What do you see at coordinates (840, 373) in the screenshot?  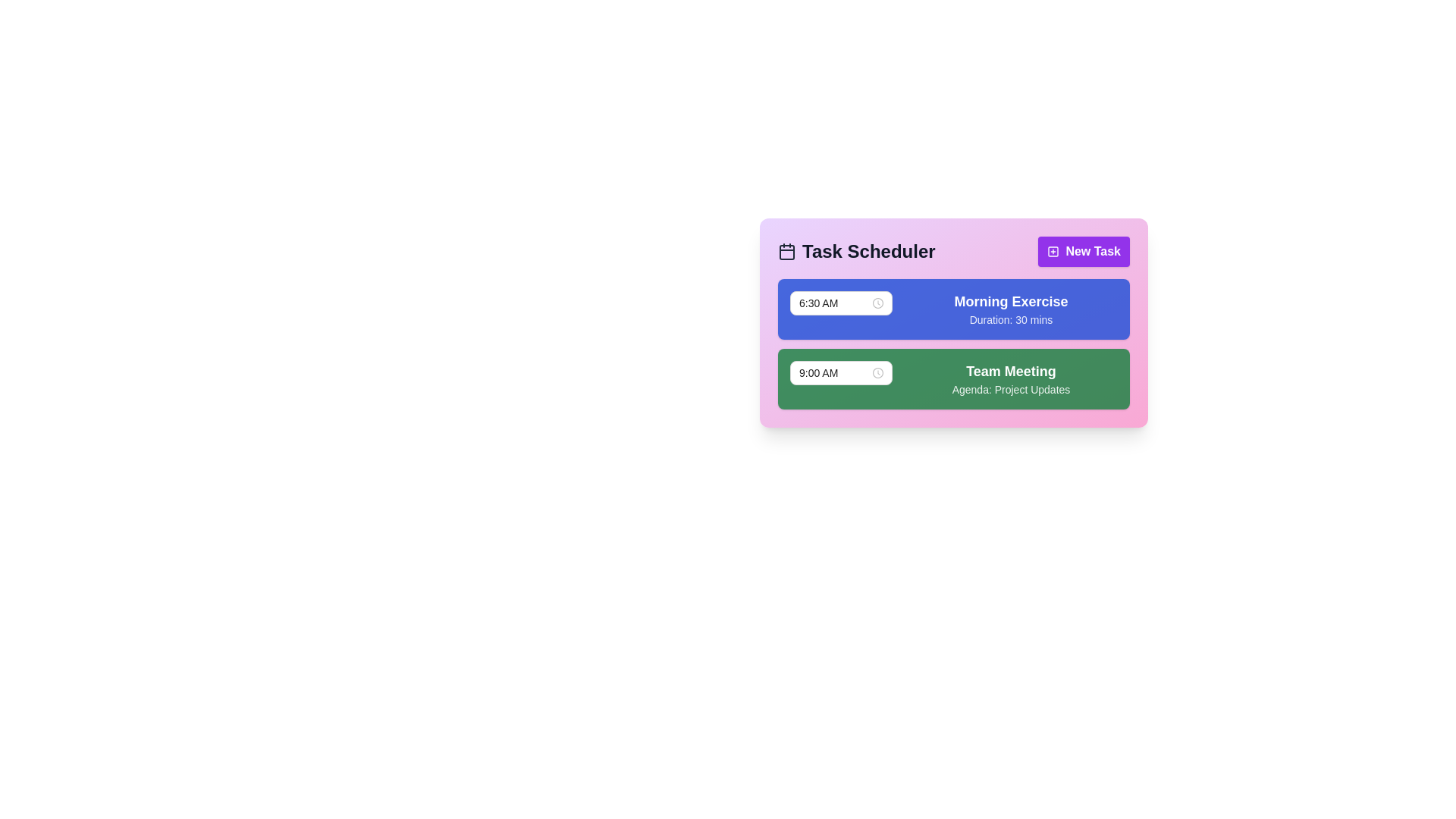 I see `the second time input field displaying '9:00 AM' in the 'Team Meeting' section` at bounding box center [840, 373].